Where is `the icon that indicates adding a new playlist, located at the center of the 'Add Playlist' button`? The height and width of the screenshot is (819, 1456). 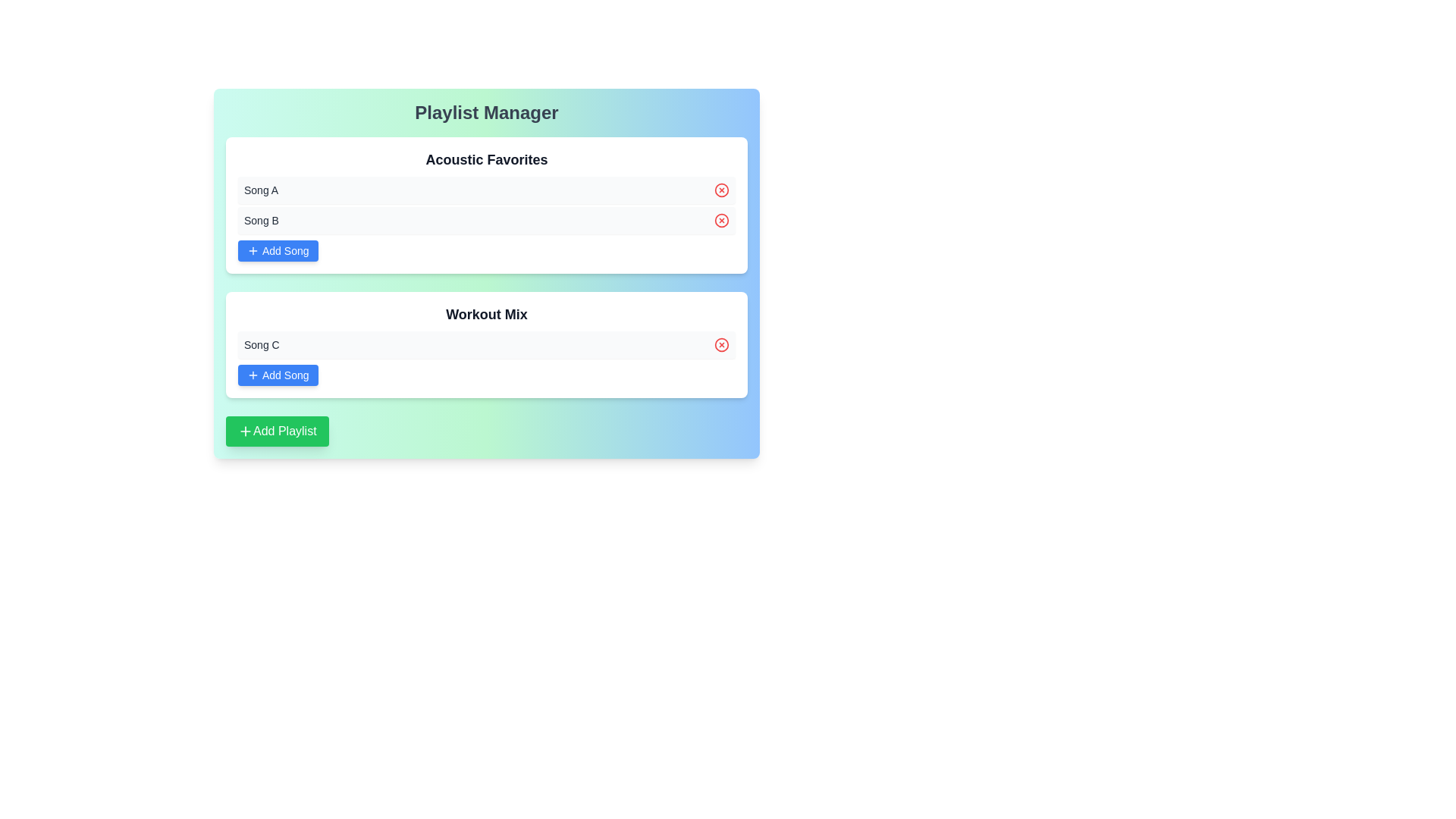
the icon that indicates adding a new playlist, located at the center of the 'Add Playlist' button is located at coordinates (246, 431).